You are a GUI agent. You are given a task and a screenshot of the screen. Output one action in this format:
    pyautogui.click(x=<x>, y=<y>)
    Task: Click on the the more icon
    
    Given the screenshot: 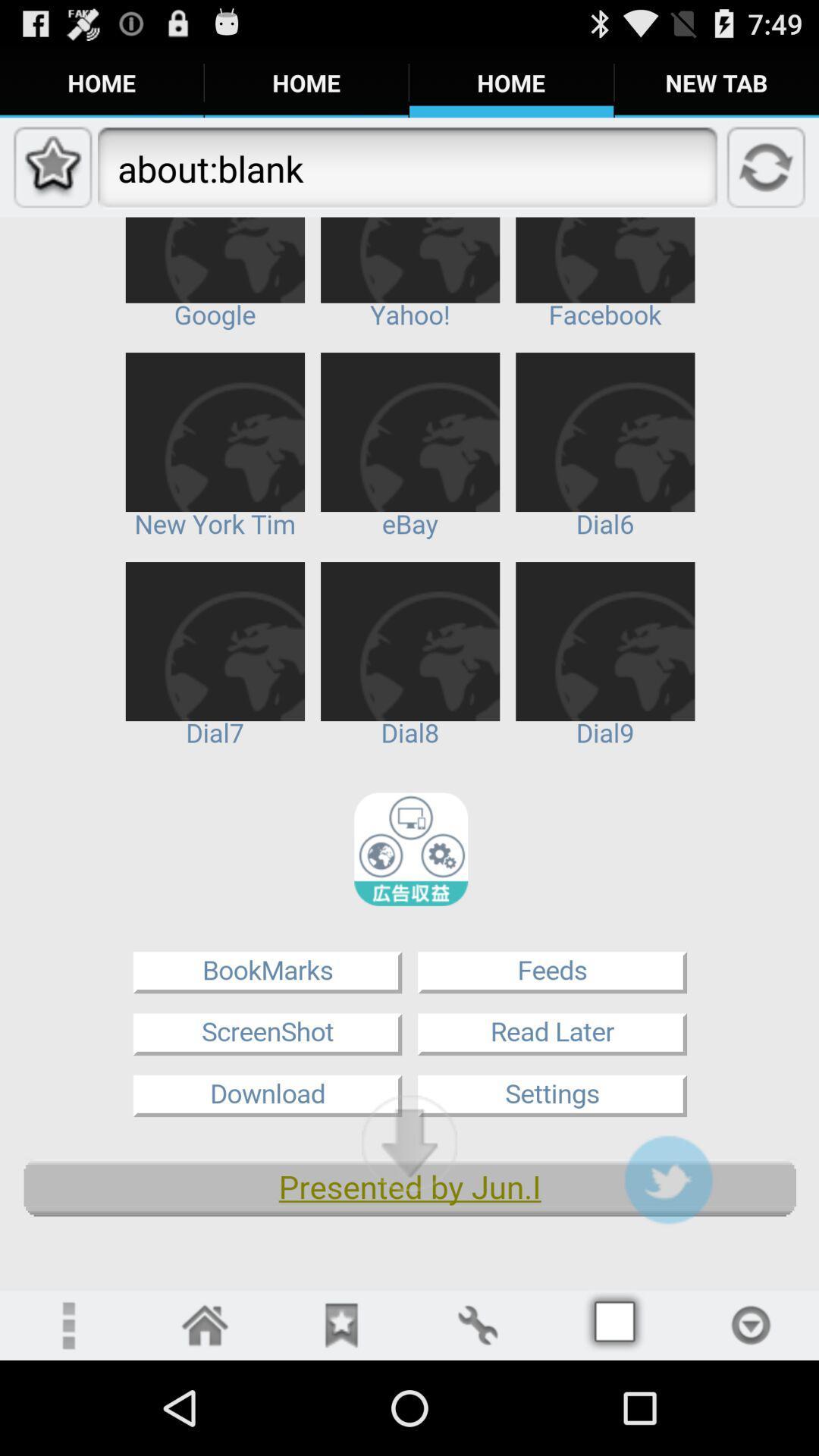 What is the action you would take?
    pyautogui.click(x=67, y=1417)
    